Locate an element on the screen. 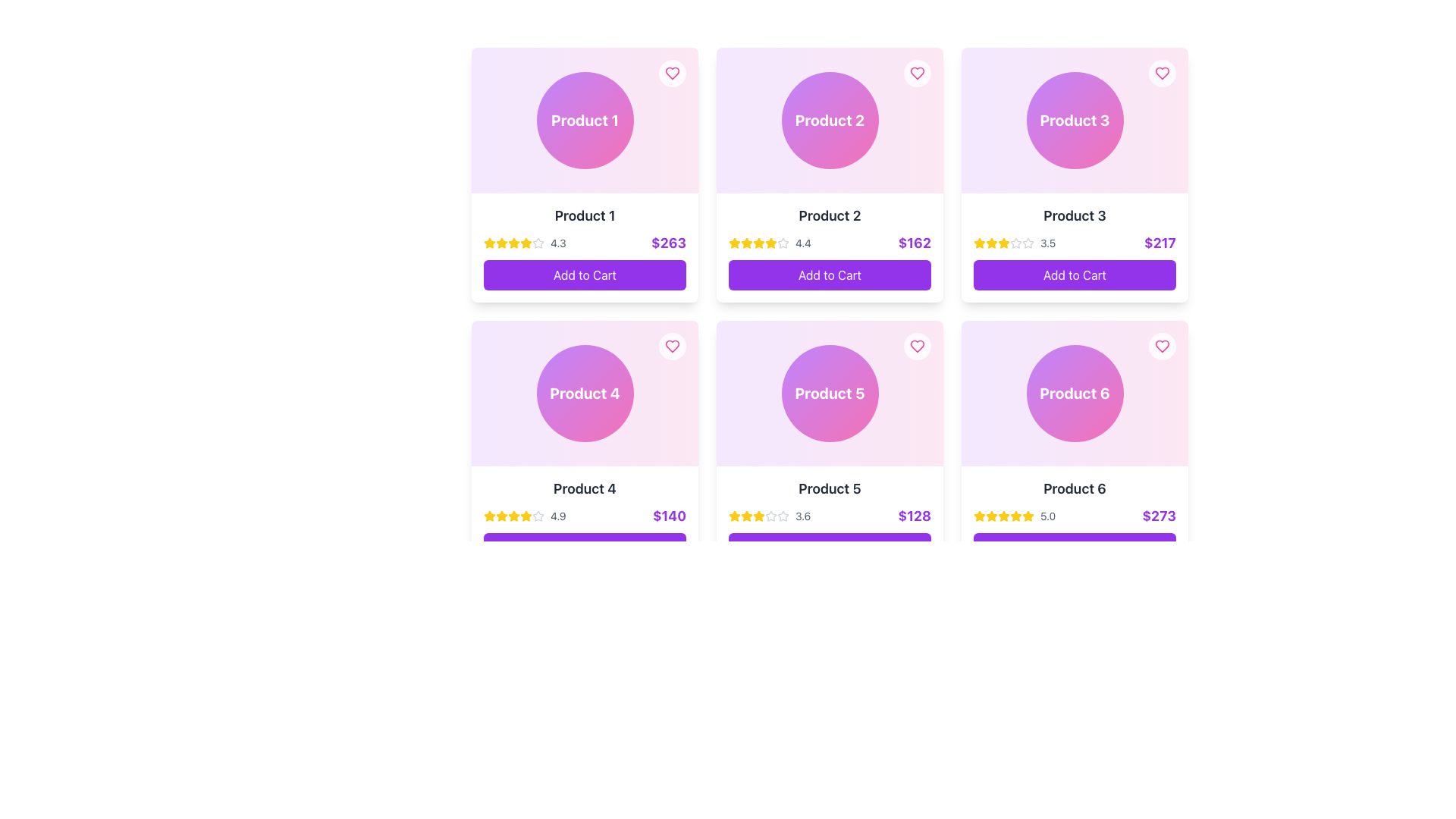 The height and width of the screenshot is (819, 1456). the second star icon in the rating bar of the third product card, located under the 'Product 3' label is located at coordinates (1015, 242).